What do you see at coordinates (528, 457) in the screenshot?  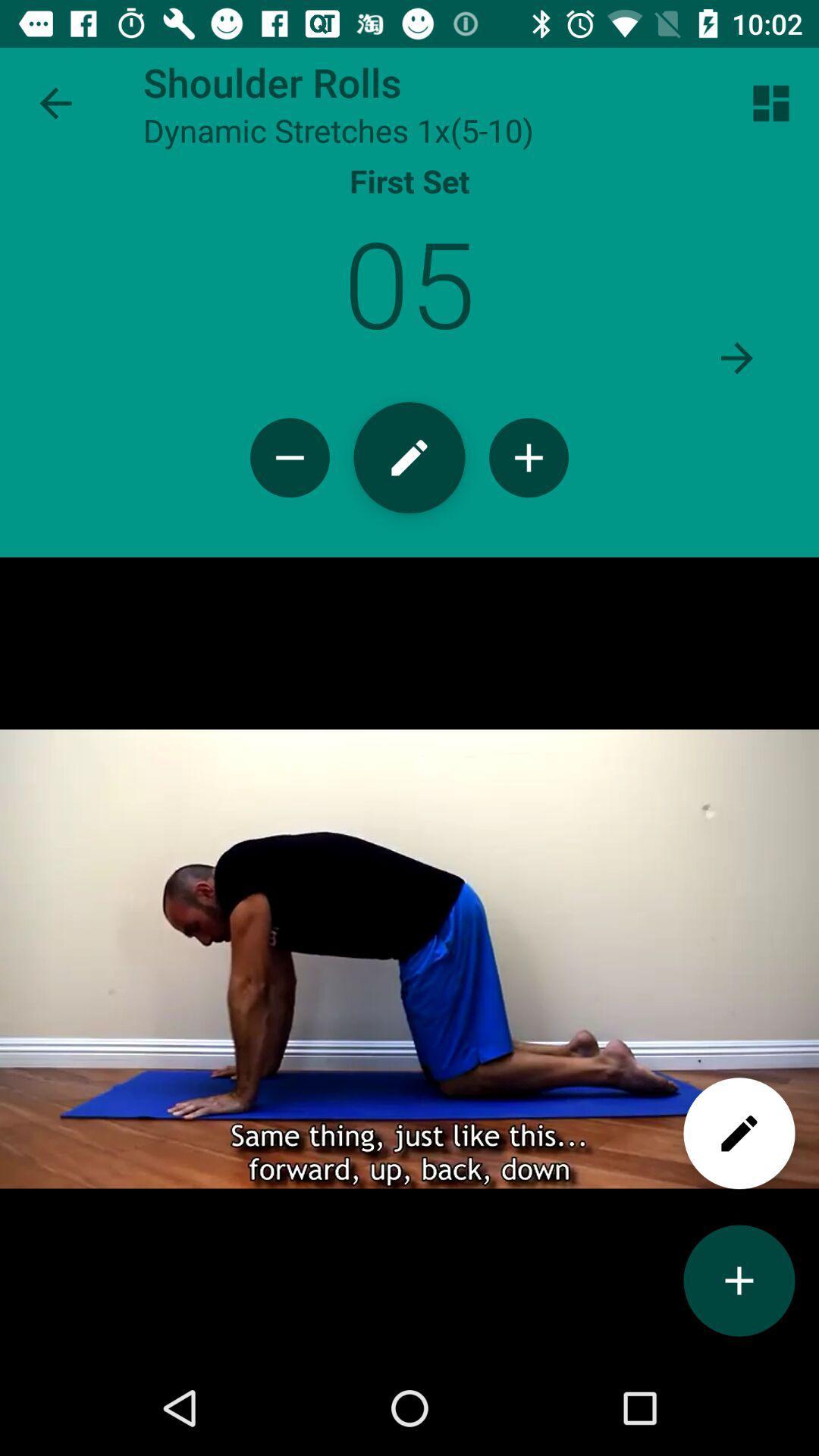 I see `incerase` at bounding box center [528, 457].